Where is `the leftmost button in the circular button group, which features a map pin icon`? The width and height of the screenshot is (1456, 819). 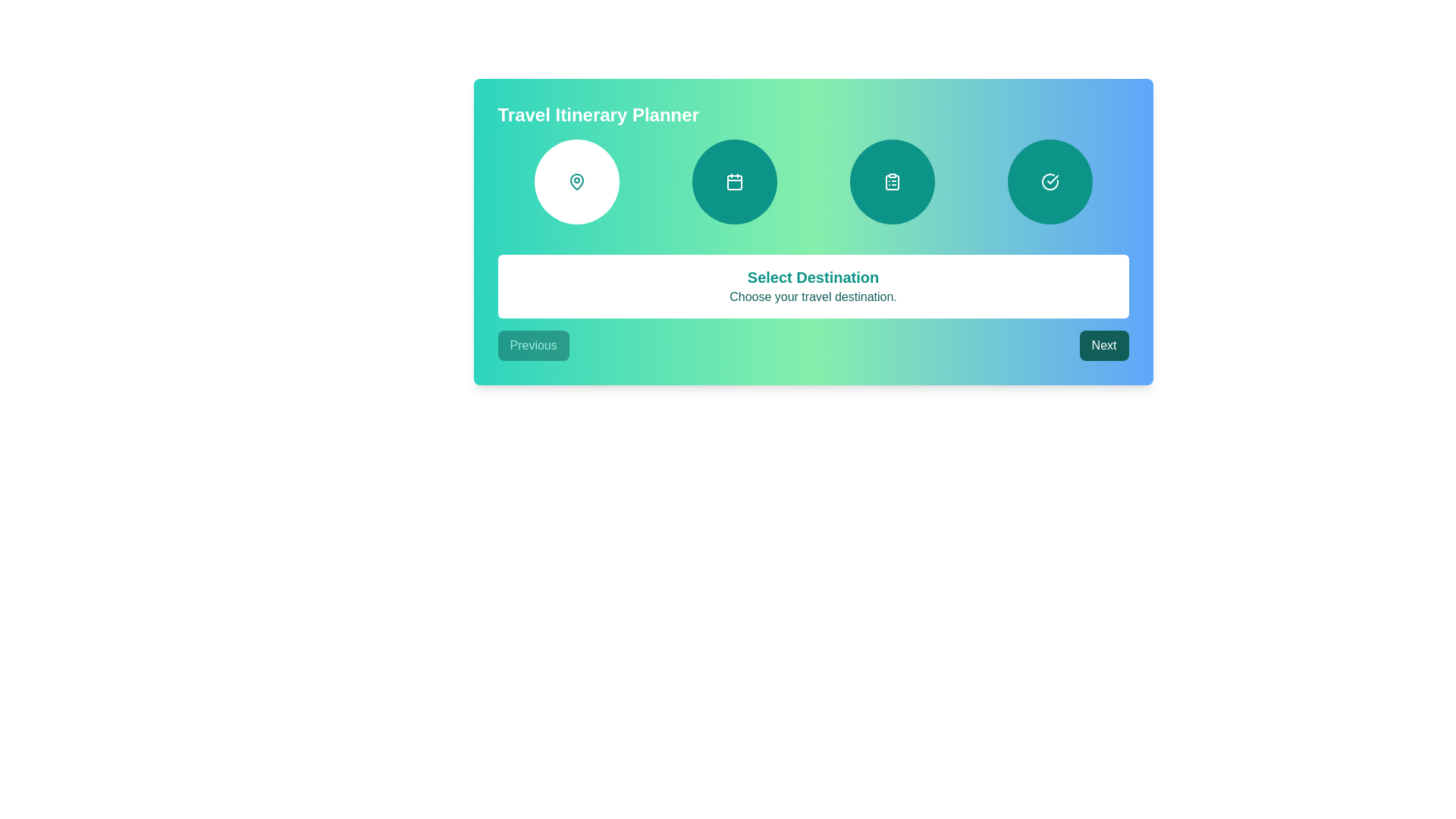 the leftmost button in the circular button group, which features a map pin icon is located at coordinates (576, 180).